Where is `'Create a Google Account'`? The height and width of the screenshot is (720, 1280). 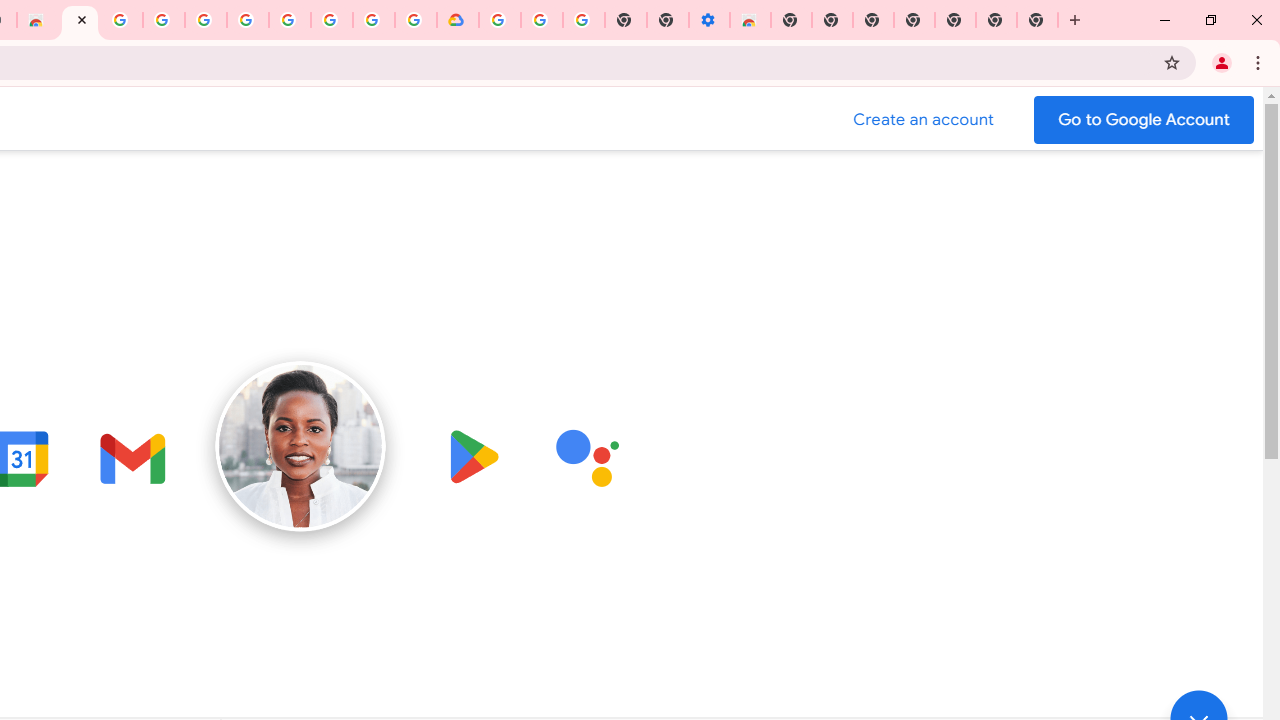
'Create a Google Account' is located at coordinates (923, 119).